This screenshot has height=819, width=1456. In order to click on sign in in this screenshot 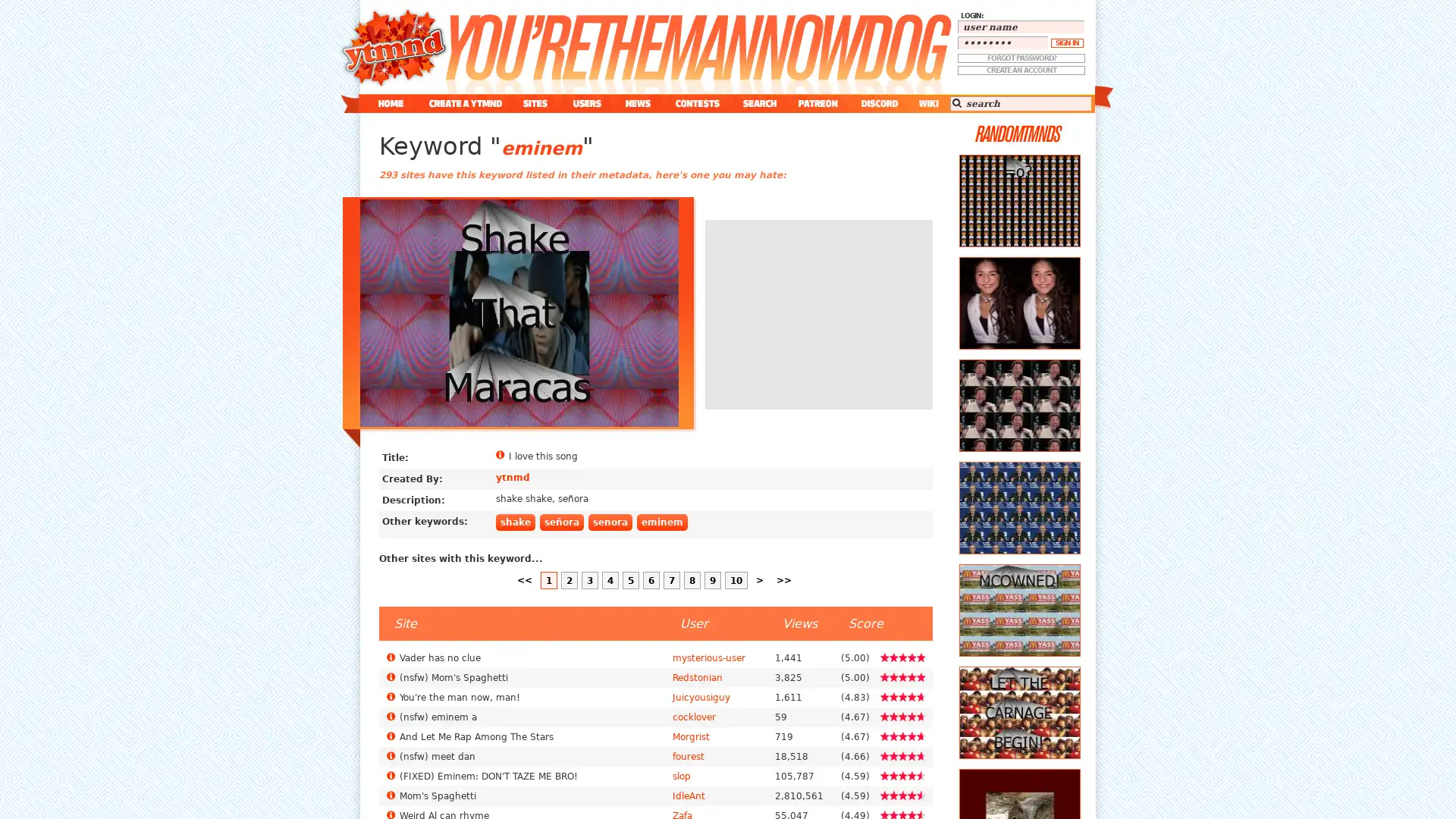, I will do `click(1066, 42)`.